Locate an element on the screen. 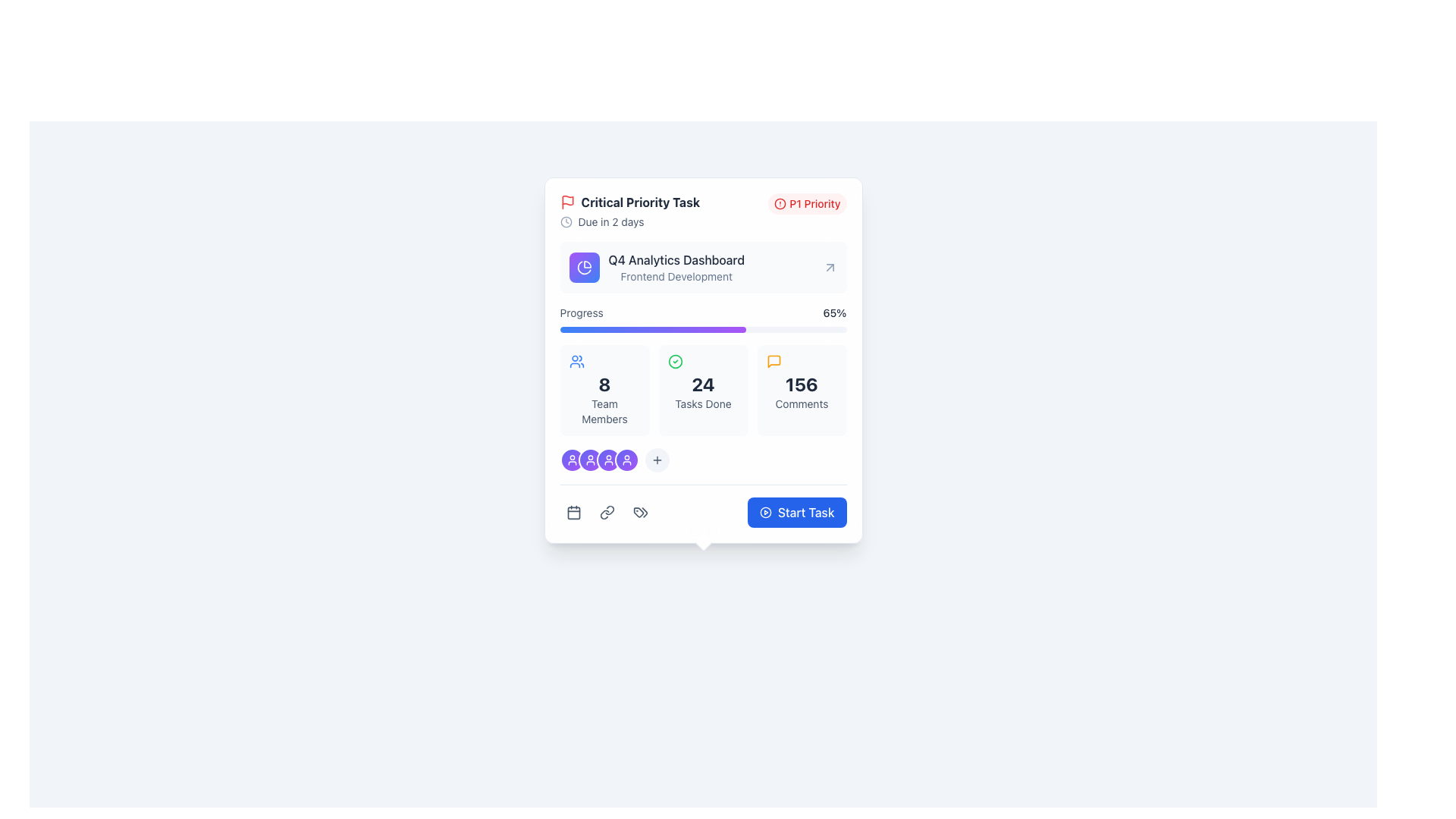  the informational widget that provides details about a high-priority task, including its title and urgency based on the due date is located at coordinates (629, 211).